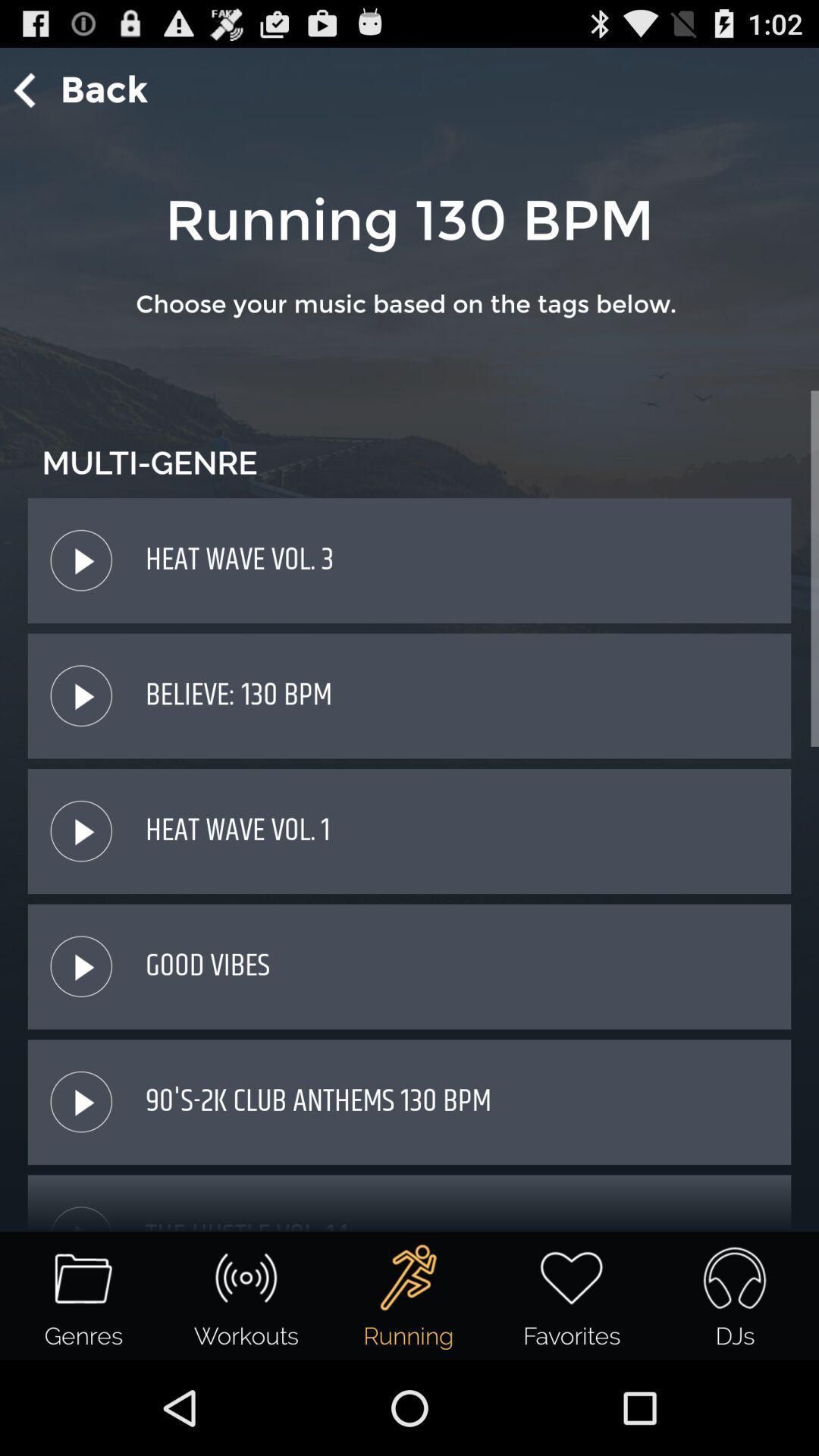 The width and height of the screenshot is (819, 1456). Describe the element at coordinates (81, 560) in the screenshot. I see `the play icon below multigenre` at that location.